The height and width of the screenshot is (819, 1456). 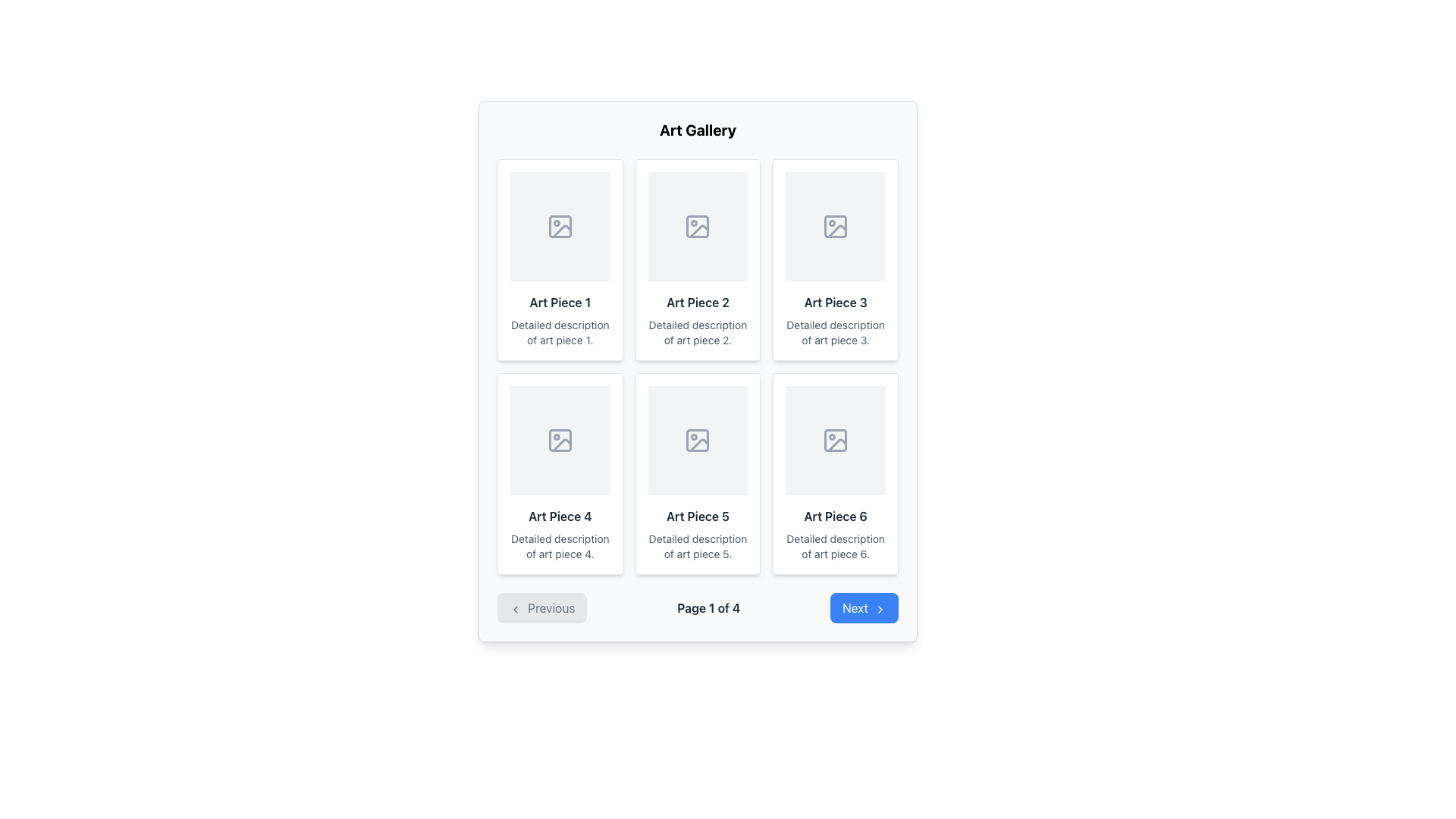 I want to click on text label displaying 'Art Piece 4', which is styled in a bold font and dark gray color, located at the bottom-center of a card in the second row and first column of a 3x2 grid, so click(x=559, y=516).